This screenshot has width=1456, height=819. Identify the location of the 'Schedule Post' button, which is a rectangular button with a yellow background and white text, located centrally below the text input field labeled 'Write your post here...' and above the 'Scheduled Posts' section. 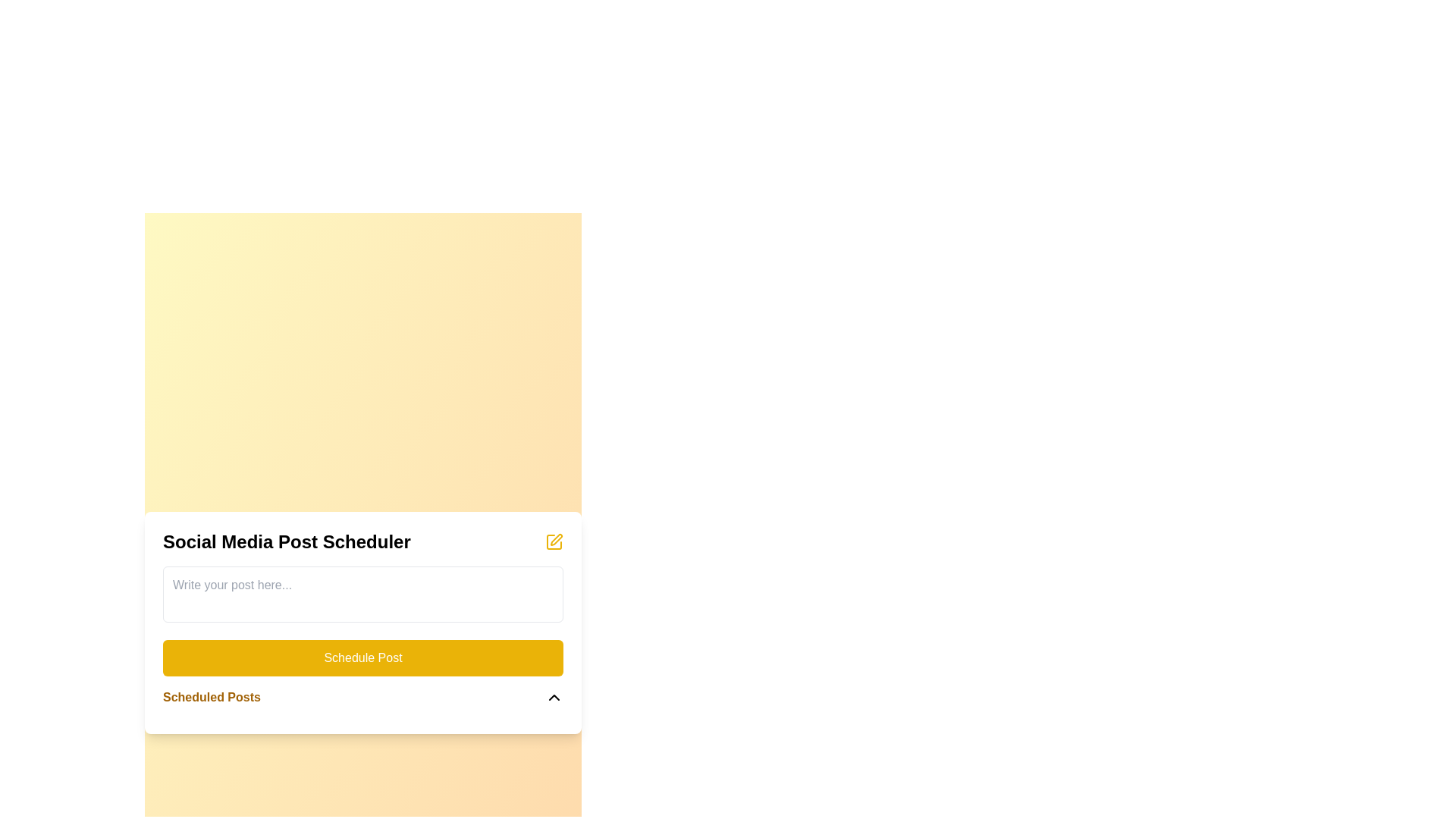
(362, 657).